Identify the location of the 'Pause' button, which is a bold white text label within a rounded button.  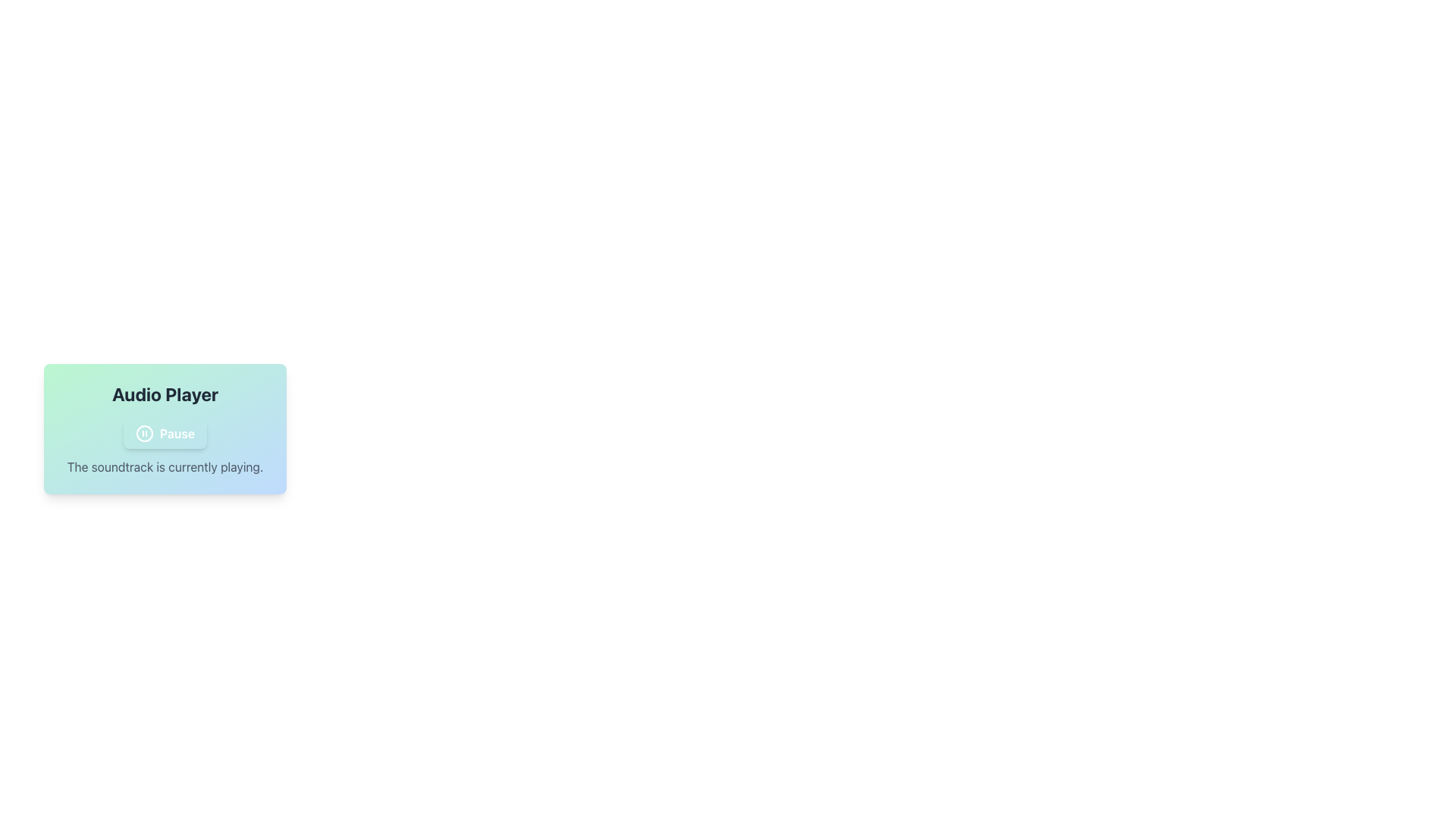
(177, 433).